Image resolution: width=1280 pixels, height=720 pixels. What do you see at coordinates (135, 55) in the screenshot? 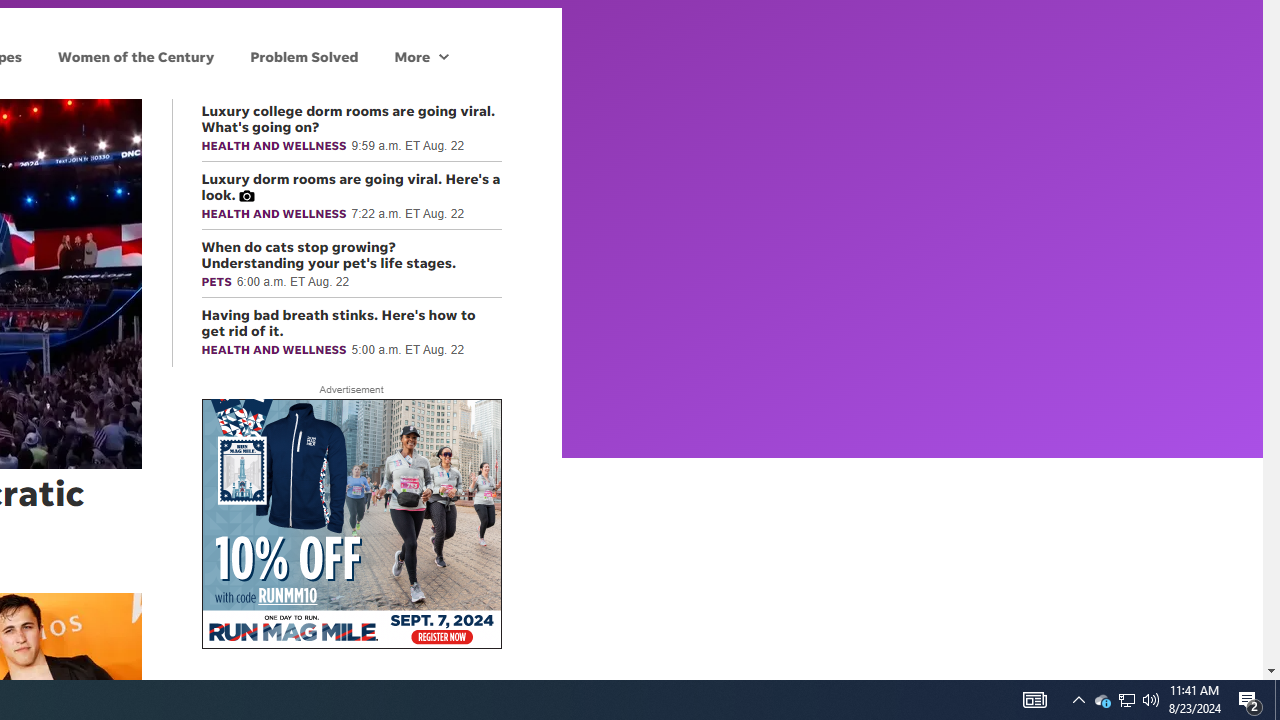
I see `'Women of the Century'` at bounding box center [135, 55].